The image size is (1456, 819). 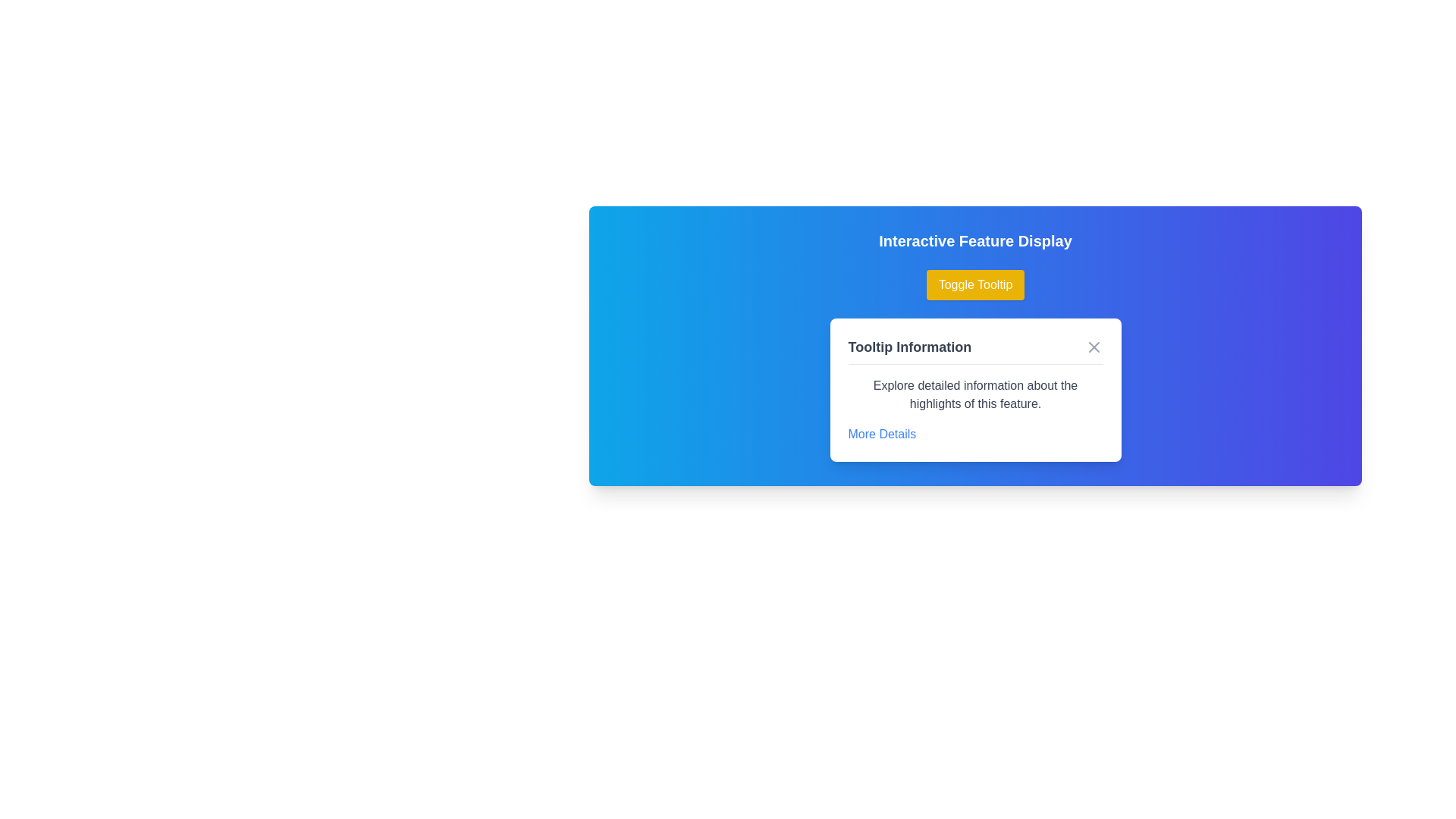 I want to click on the text block that says 'Explore detailed information about the highlights of this feature.' located in the tooltip modal below the main heading, so click(x=975, y=394).